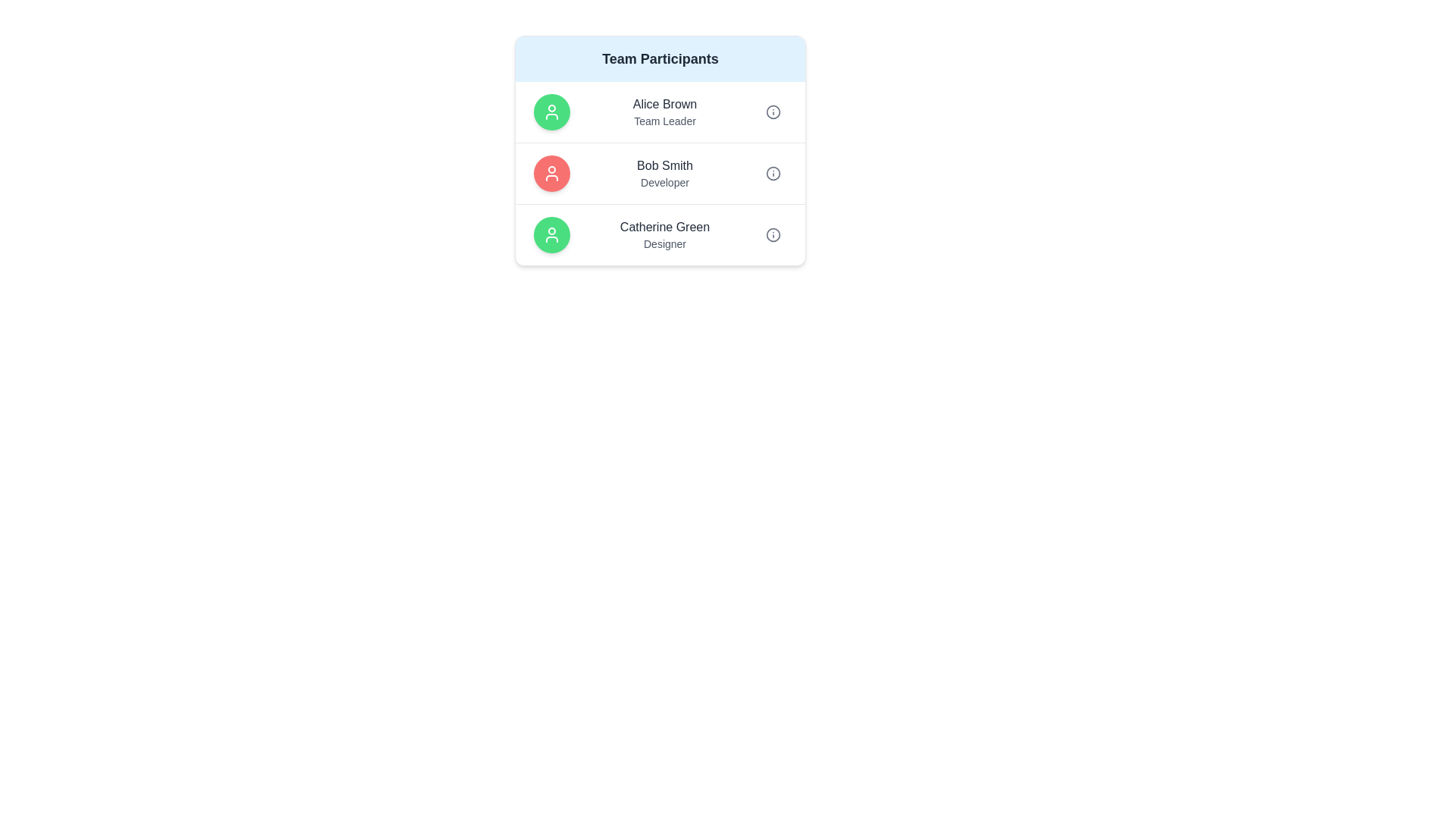  What do you see at coordinates (773, 172) in the screenshot?
I see `the information icon button located to the right of the 'Bob Smith Developer' row in the 'Team Participants' section` at bounding box center [773, 172].